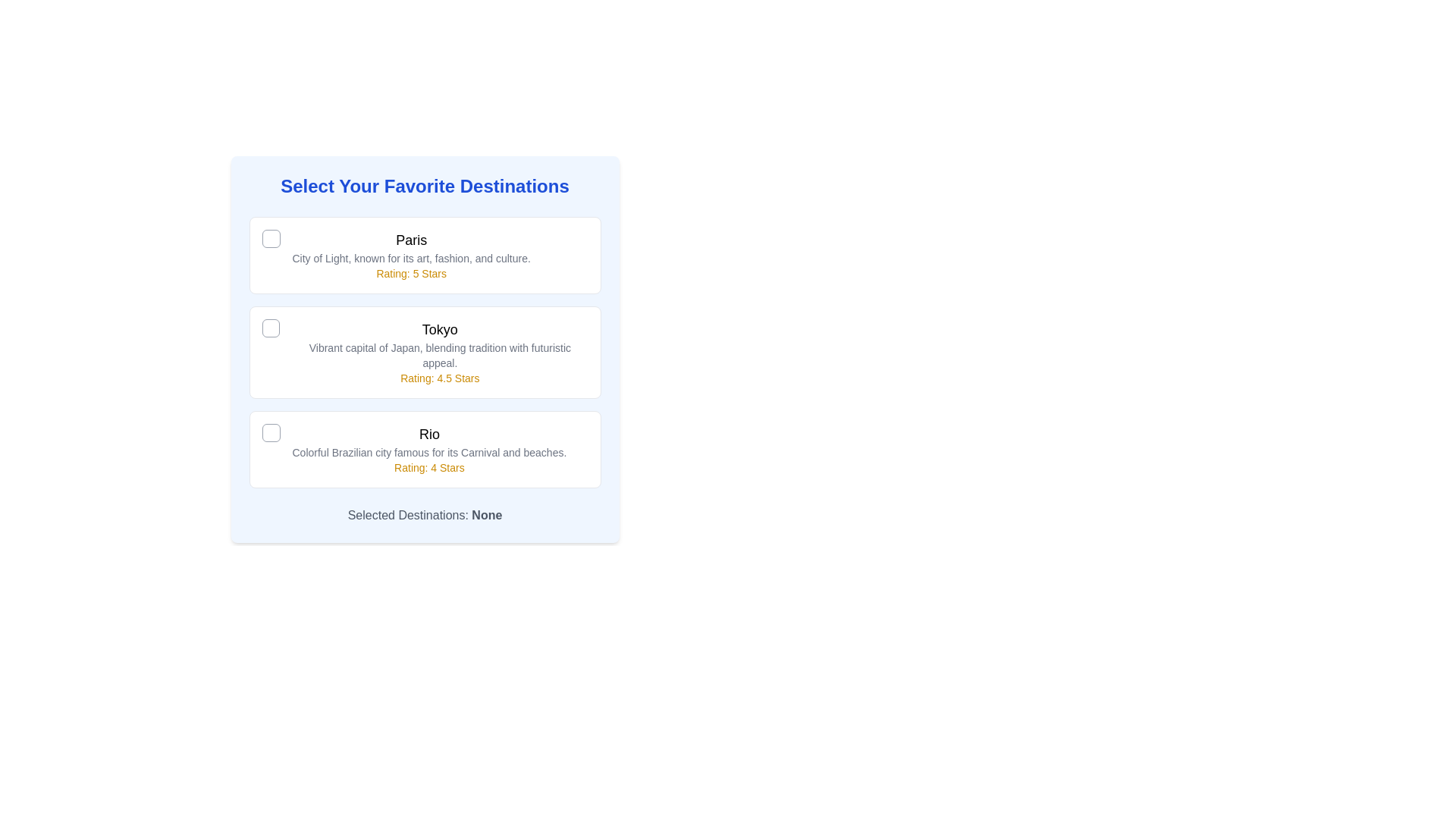 This screenshot has height=819, width=1456. Describe the element at coordinates (439, 353) in the screenshot. I see `the Informational content block for Tokyo, which provides details about the city` at that location.